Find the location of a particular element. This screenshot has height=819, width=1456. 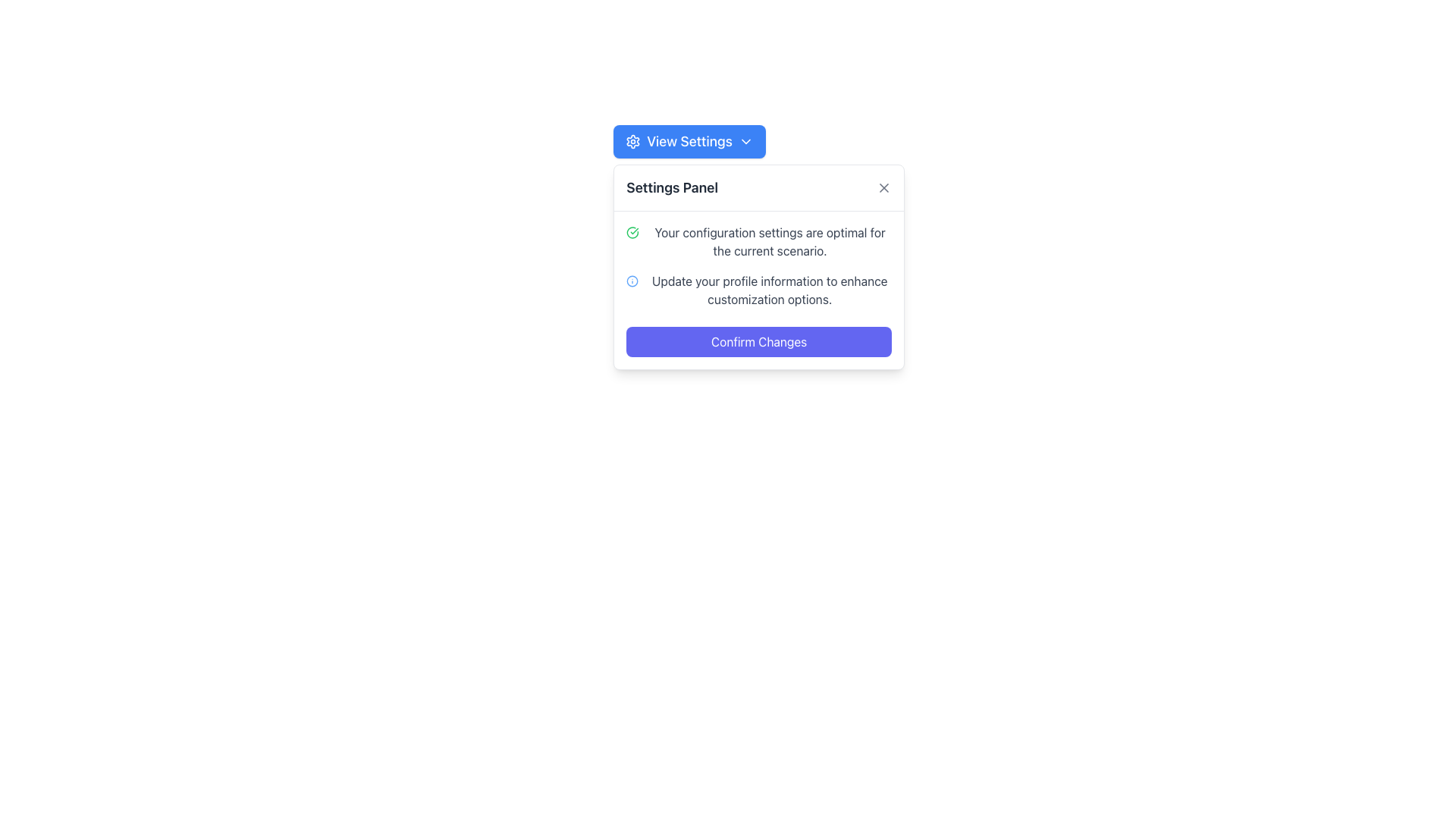

the static text displaying the message 'Your configuration settings are optimal for the current scenario.' located in the settings panel, positioned right next to a green checkmark icon is located at coordinates (770, 241).